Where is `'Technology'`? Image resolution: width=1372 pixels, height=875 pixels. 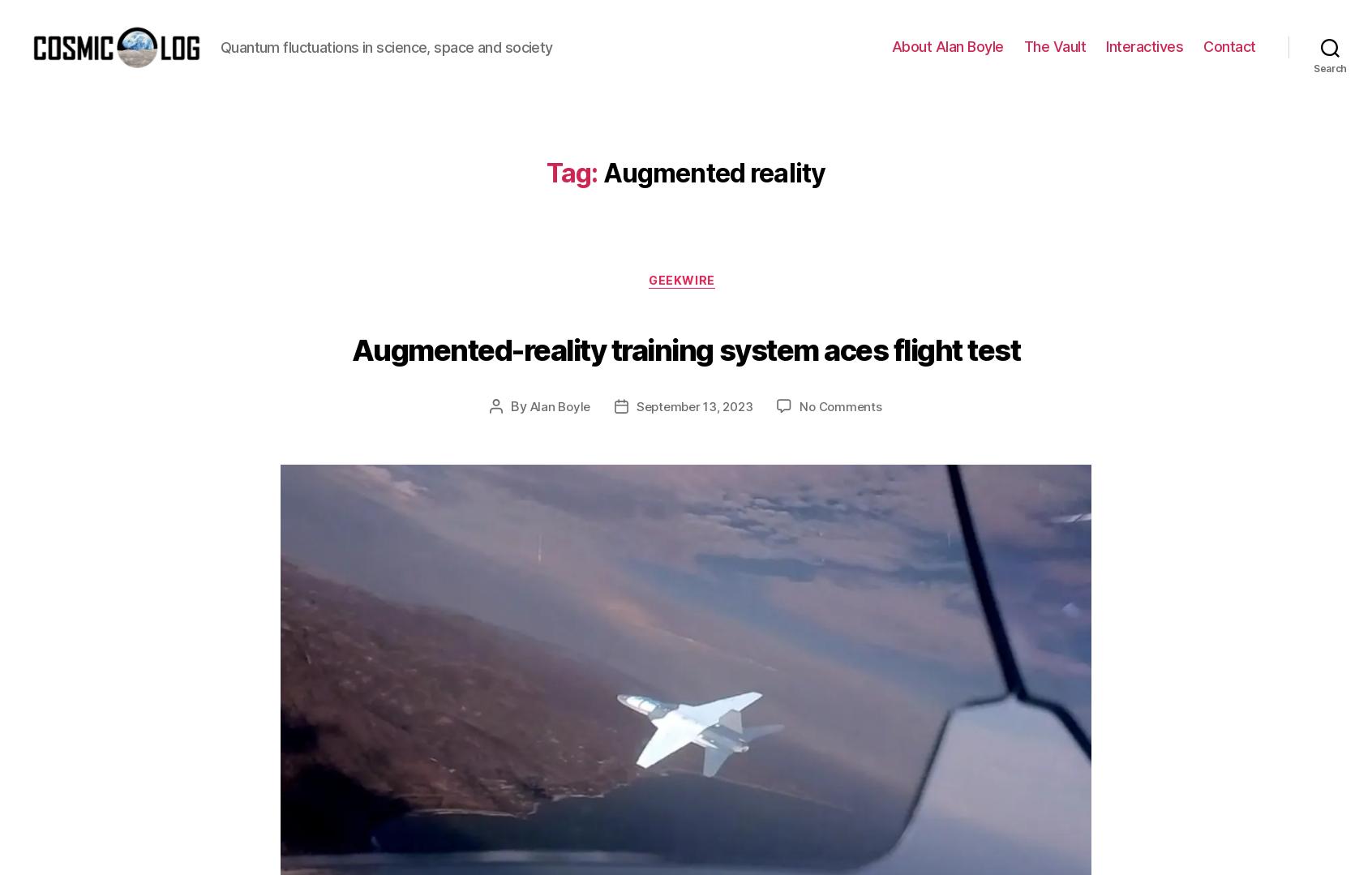 'Technology' is located at coordinates (742, 556).